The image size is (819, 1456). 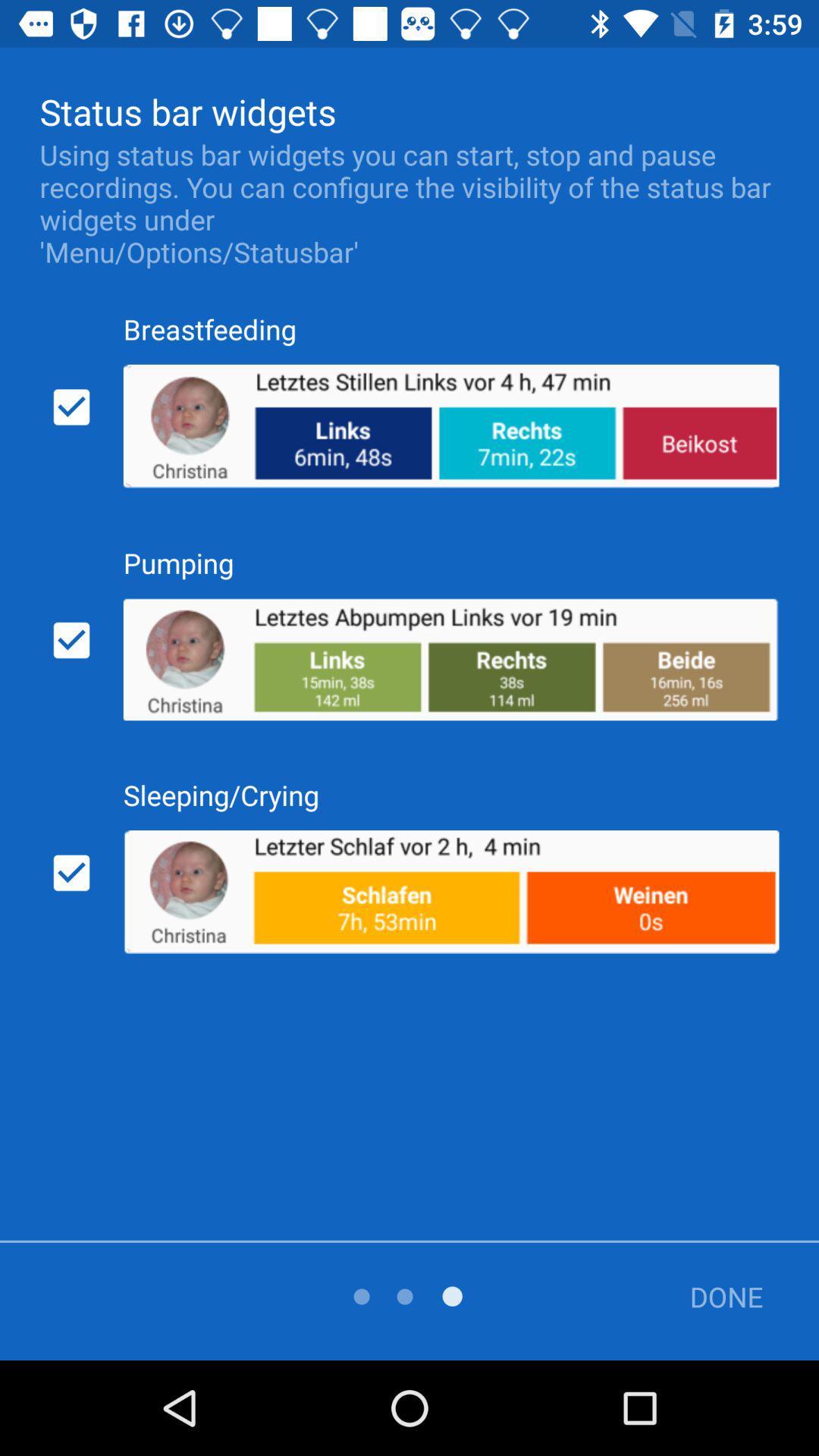 What do you see at coordinates (715, 1295) in the screenshot?
I see `done icon` at bounding box center [715, 1295].